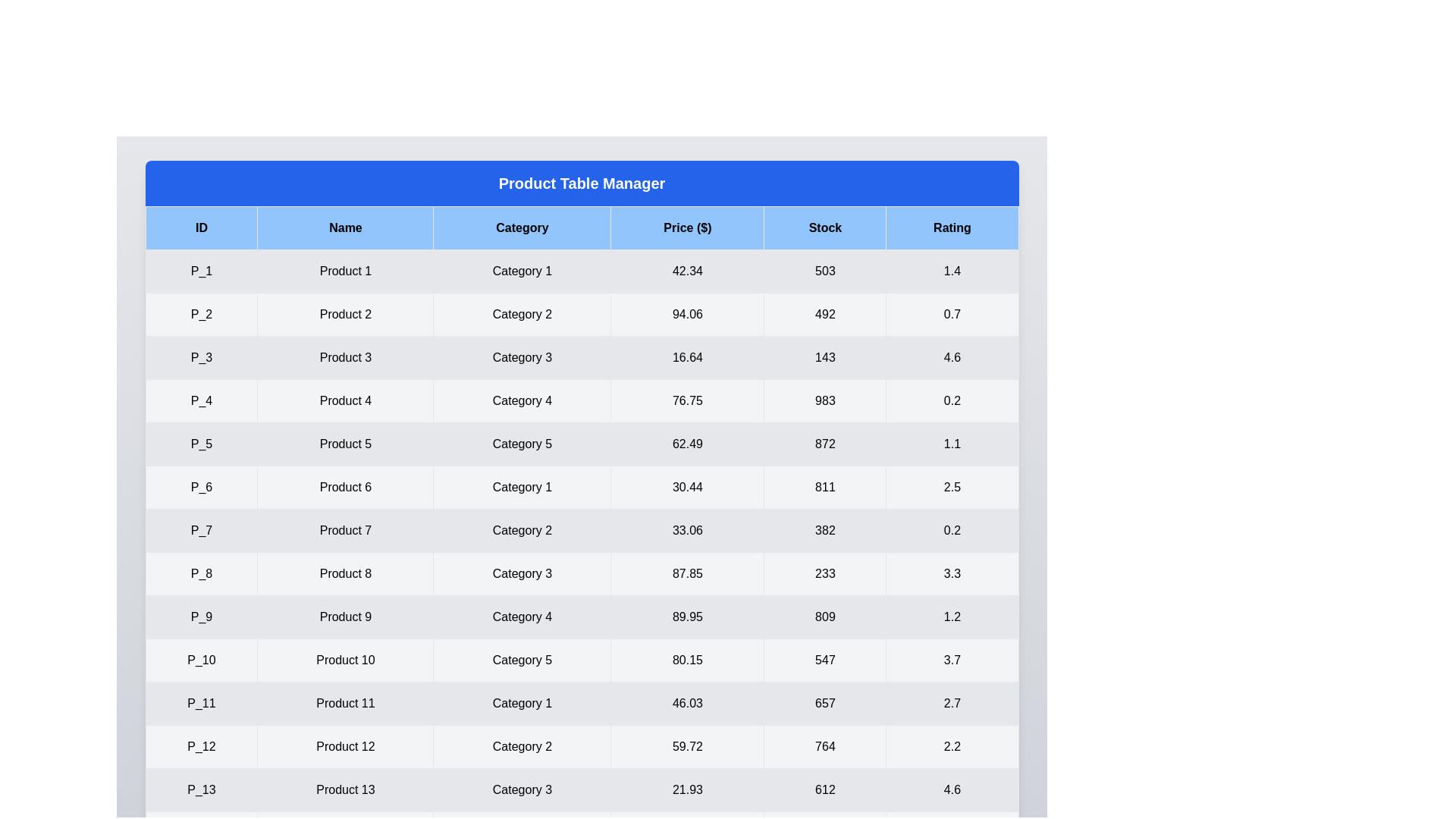 The image size is (1456, 819). Describe the element at coordinates (824, 227) in the screenshot. I see `the header of the column Stock` at that location.